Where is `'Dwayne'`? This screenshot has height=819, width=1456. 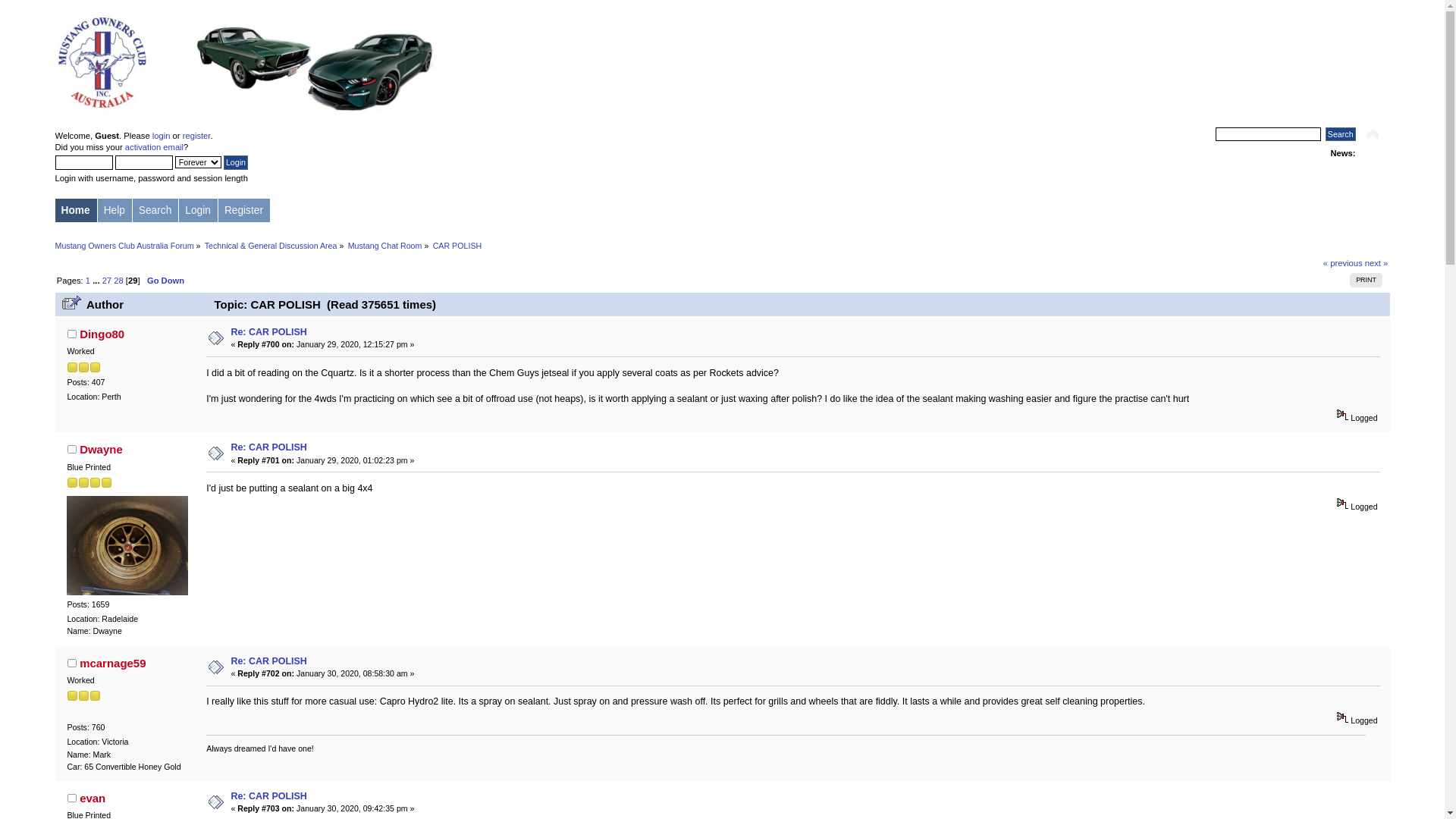
'Dwayne' is located at coordinates (100, 448).